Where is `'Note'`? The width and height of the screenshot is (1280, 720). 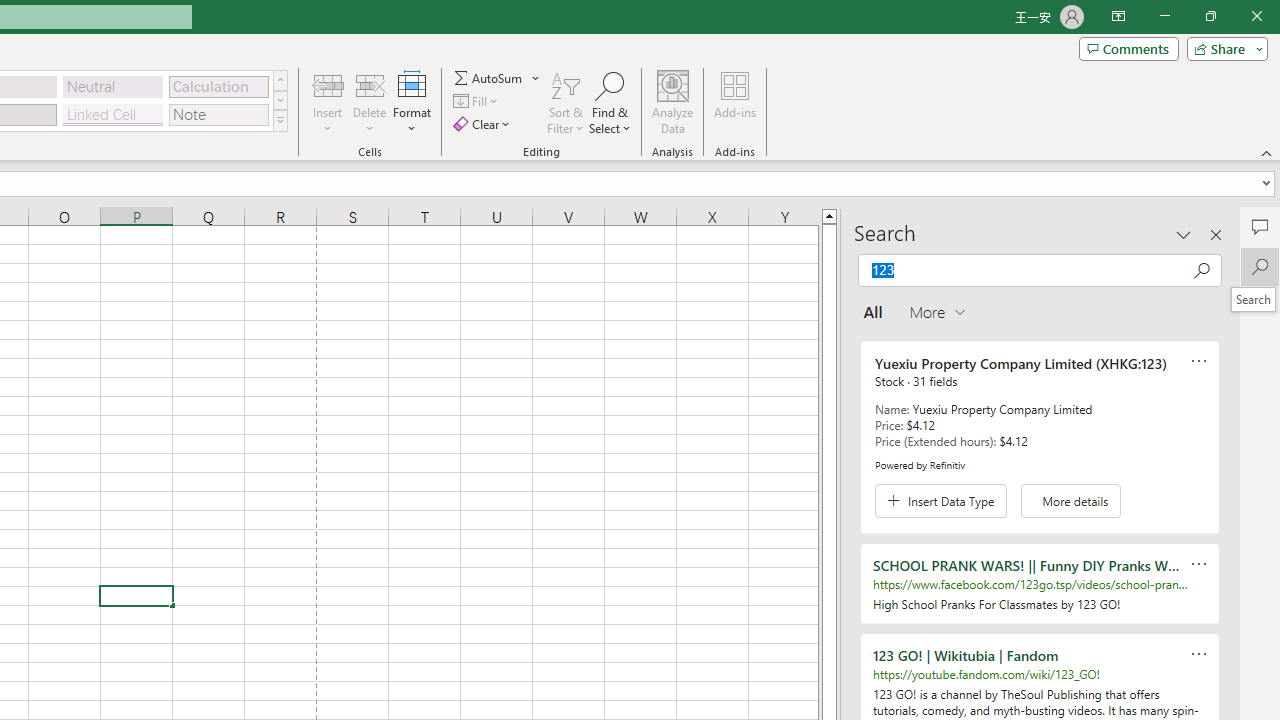 'Note' is located at coordinates (218, 114).